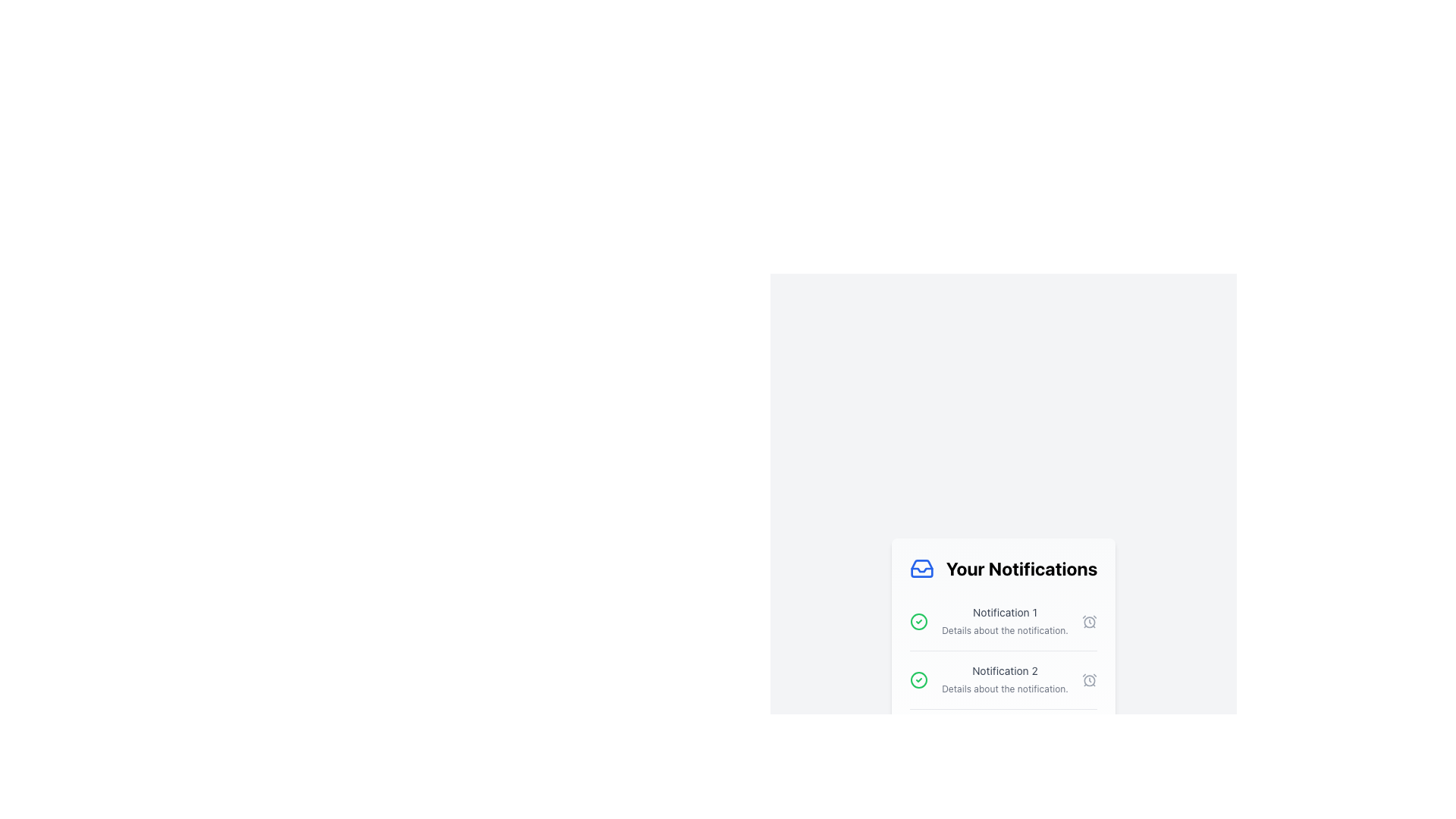 This screenshot has height=819, width=1456. What do you see at coordinates (1021, 568) in the screenshot?
I see `the text label 'Your Notifications', which is prominently styled and positioned next to a blue inbox icon in the notification panel` at bounding box center [1021, 568].